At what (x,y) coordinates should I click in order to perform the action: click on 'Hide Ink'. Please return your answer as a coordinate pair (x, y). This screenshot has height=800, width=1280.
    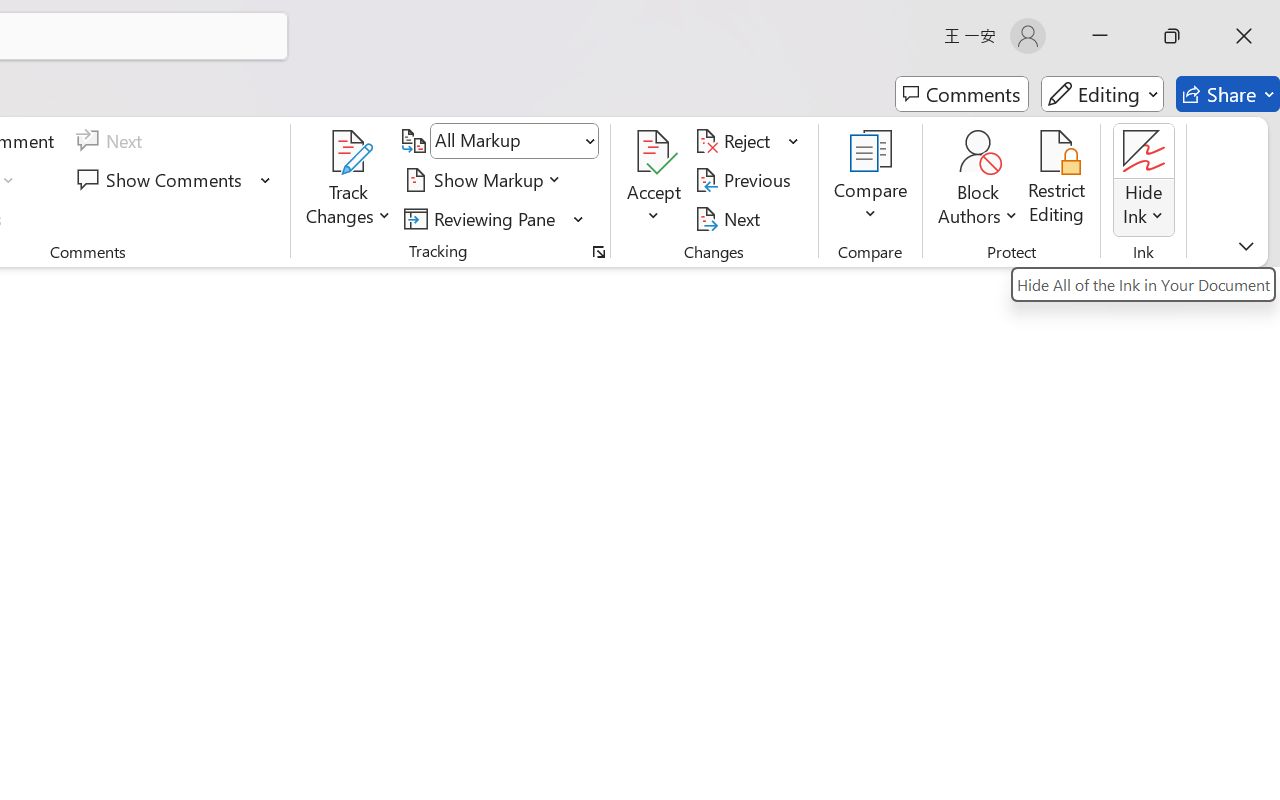
    Looking at the image, I should click on (1144, 151).